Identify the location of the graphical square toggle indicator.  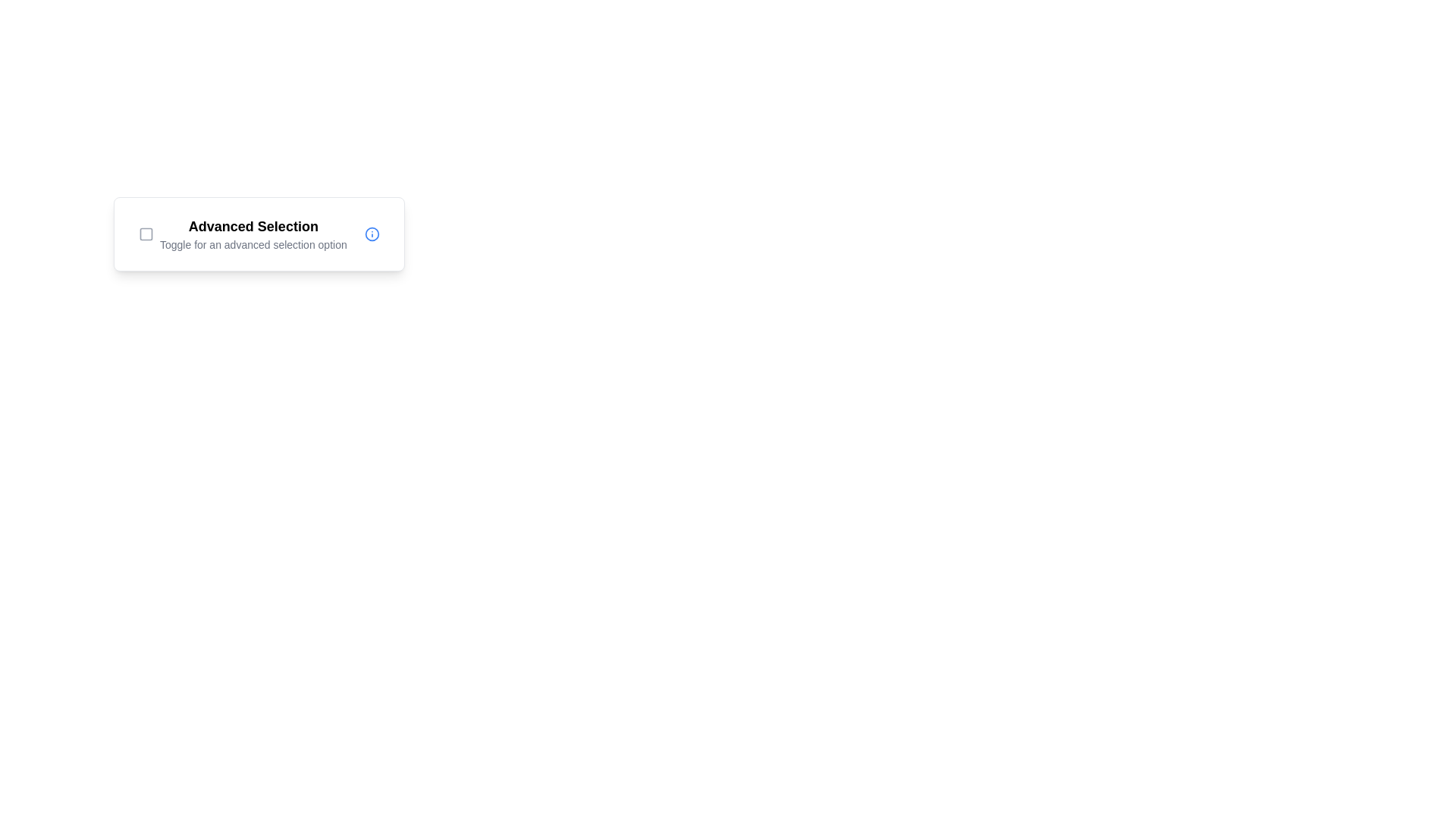
(146, 234).